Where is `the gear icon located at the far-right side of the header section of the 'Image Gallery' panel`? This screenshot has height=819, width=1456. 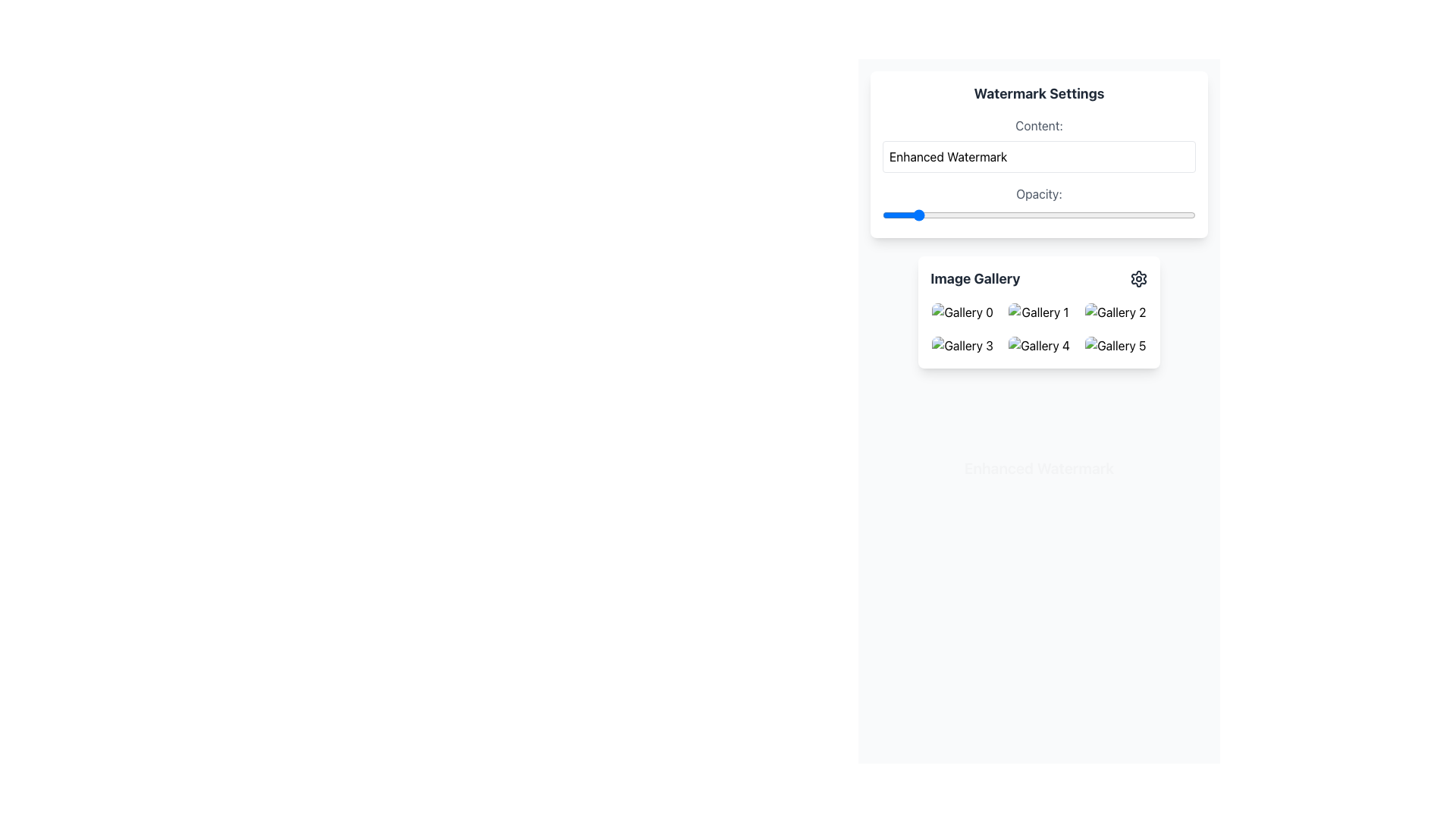 the gear icon located at the far-right side of the header section of the 'Image Gallery' panel is located at coordinates (1138, 278).